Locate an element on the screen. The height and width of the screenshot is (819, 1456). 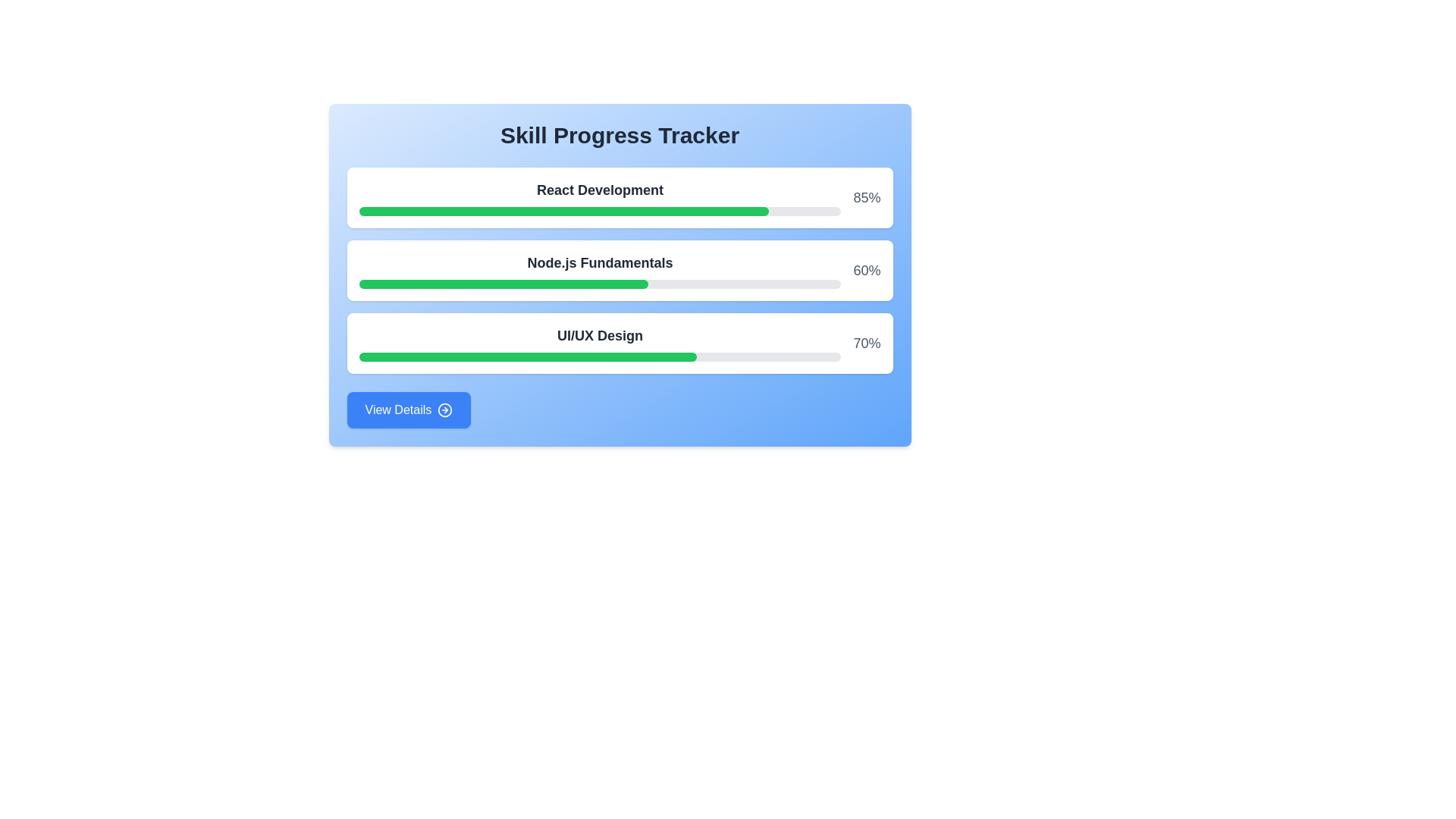
the green progress bar segment indicating 85% completion under 'React Development' in the skill tracker interface is located at coordinates (563, 211).